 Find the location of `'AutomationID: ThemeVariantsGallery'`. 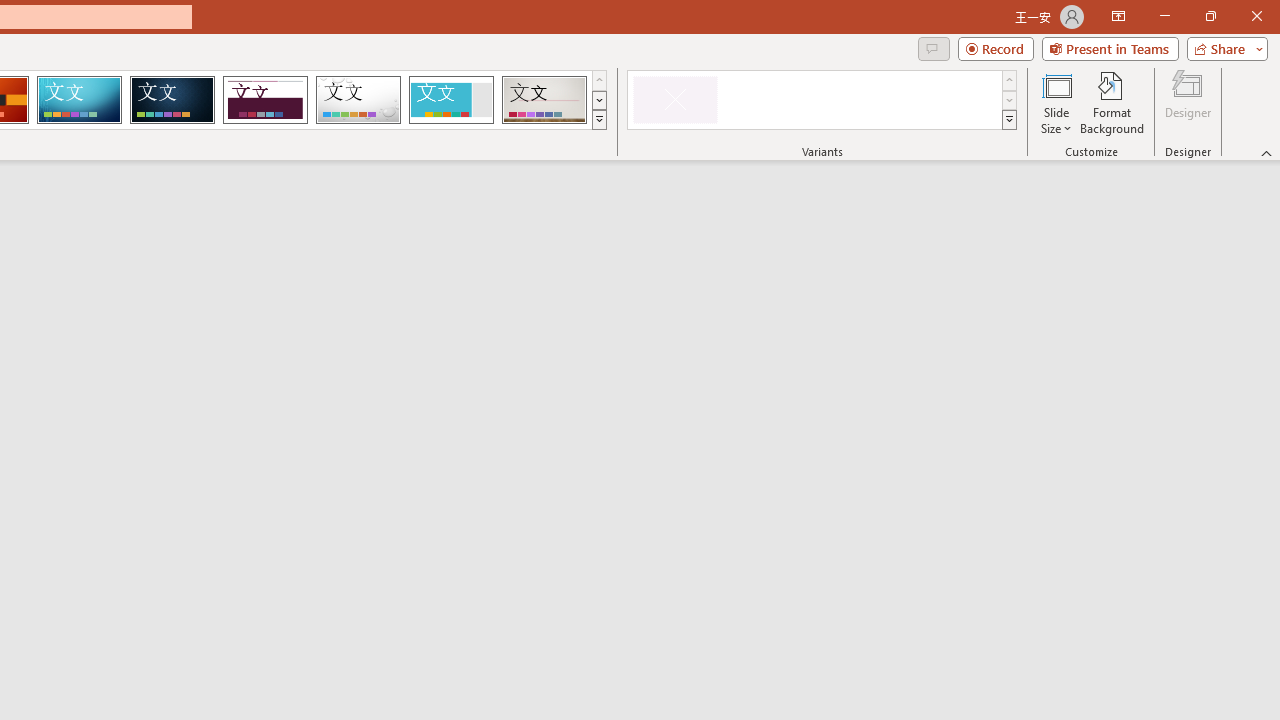

'AutomationID: ThemeVariantsGallery' is located at coordinates (823, 100).